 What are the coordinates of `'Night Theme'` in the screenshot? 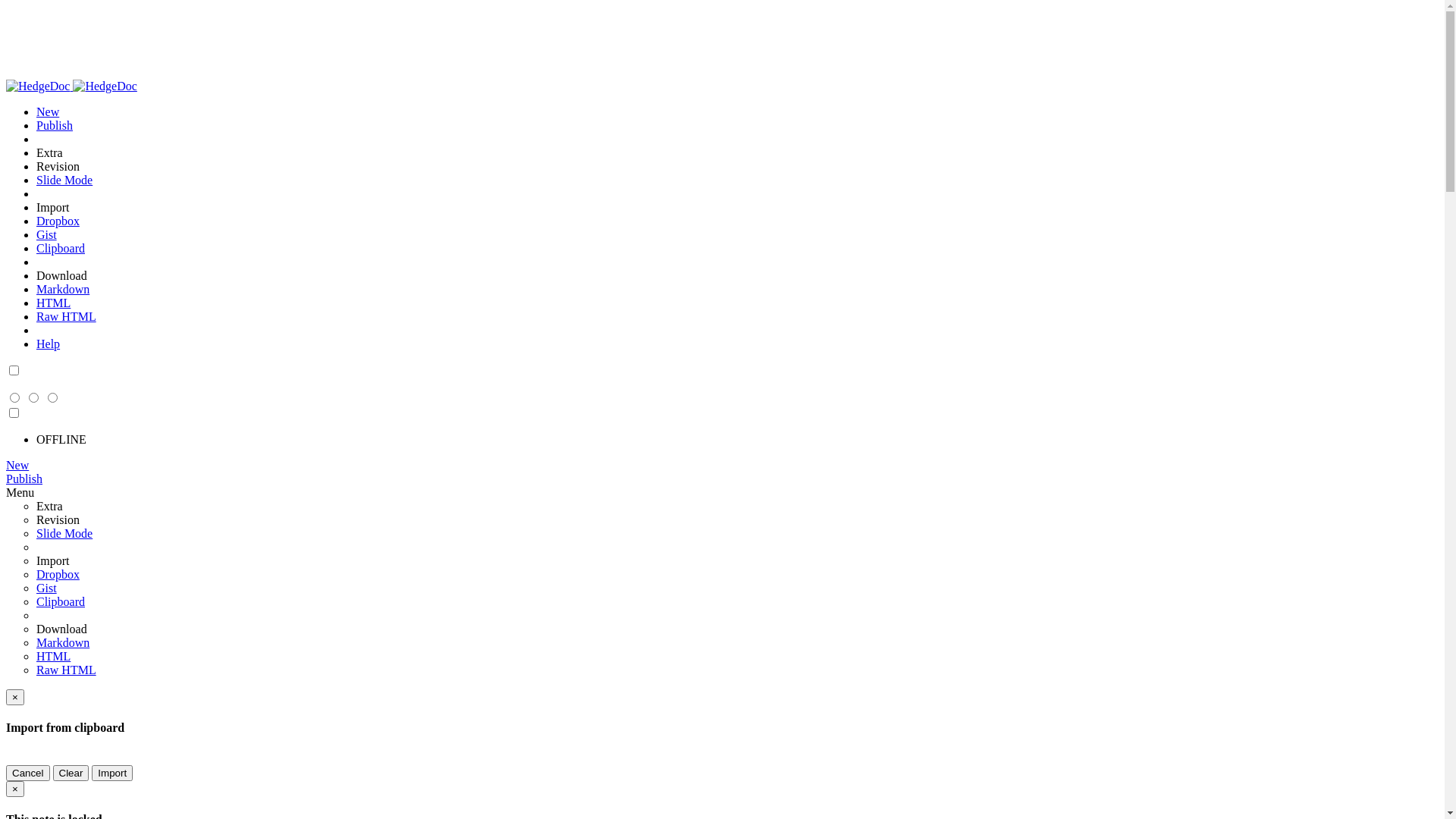 It's located at (14, 371).